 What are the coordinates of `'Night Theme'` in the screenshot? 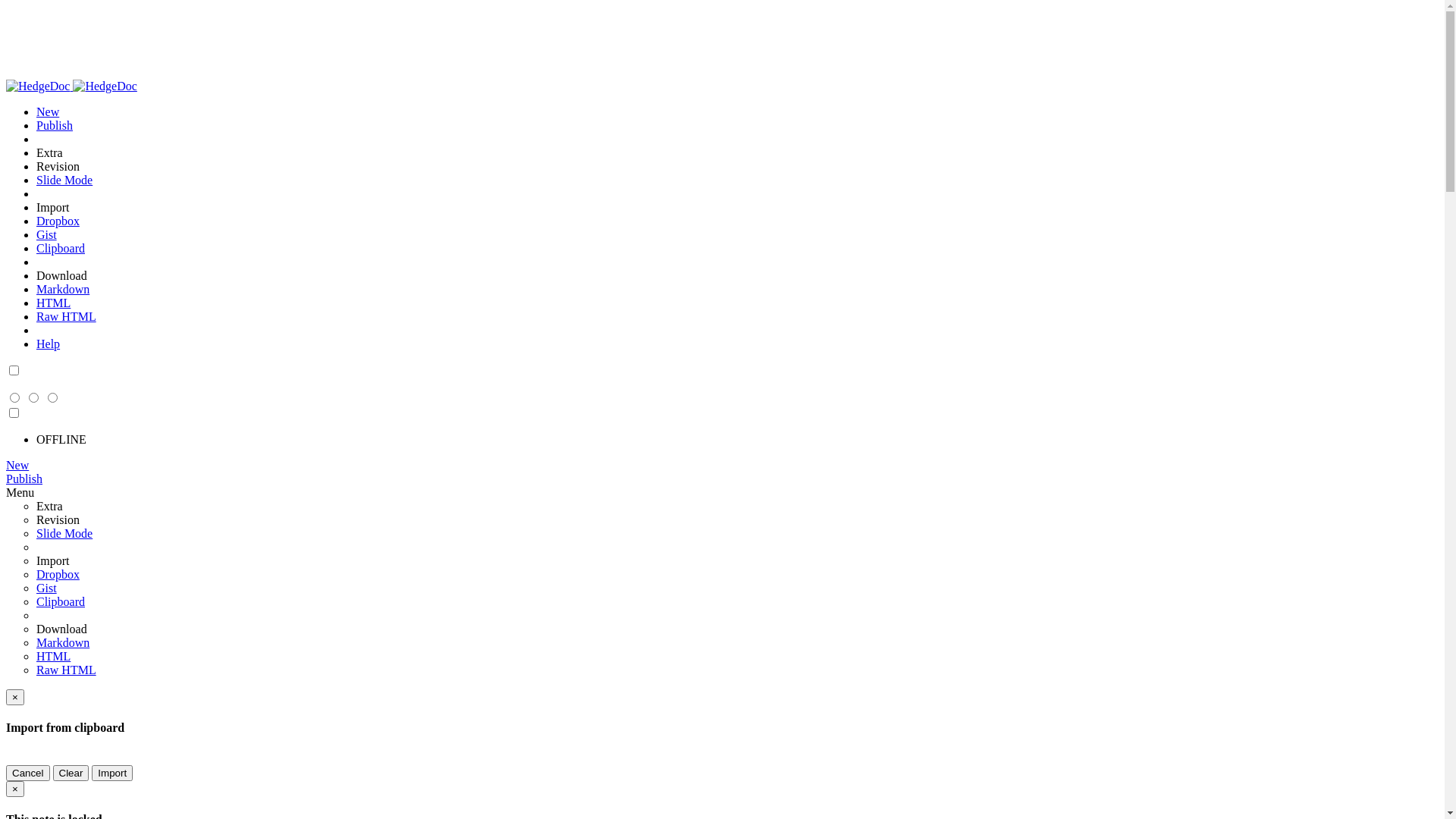 It's located at (14, 371).